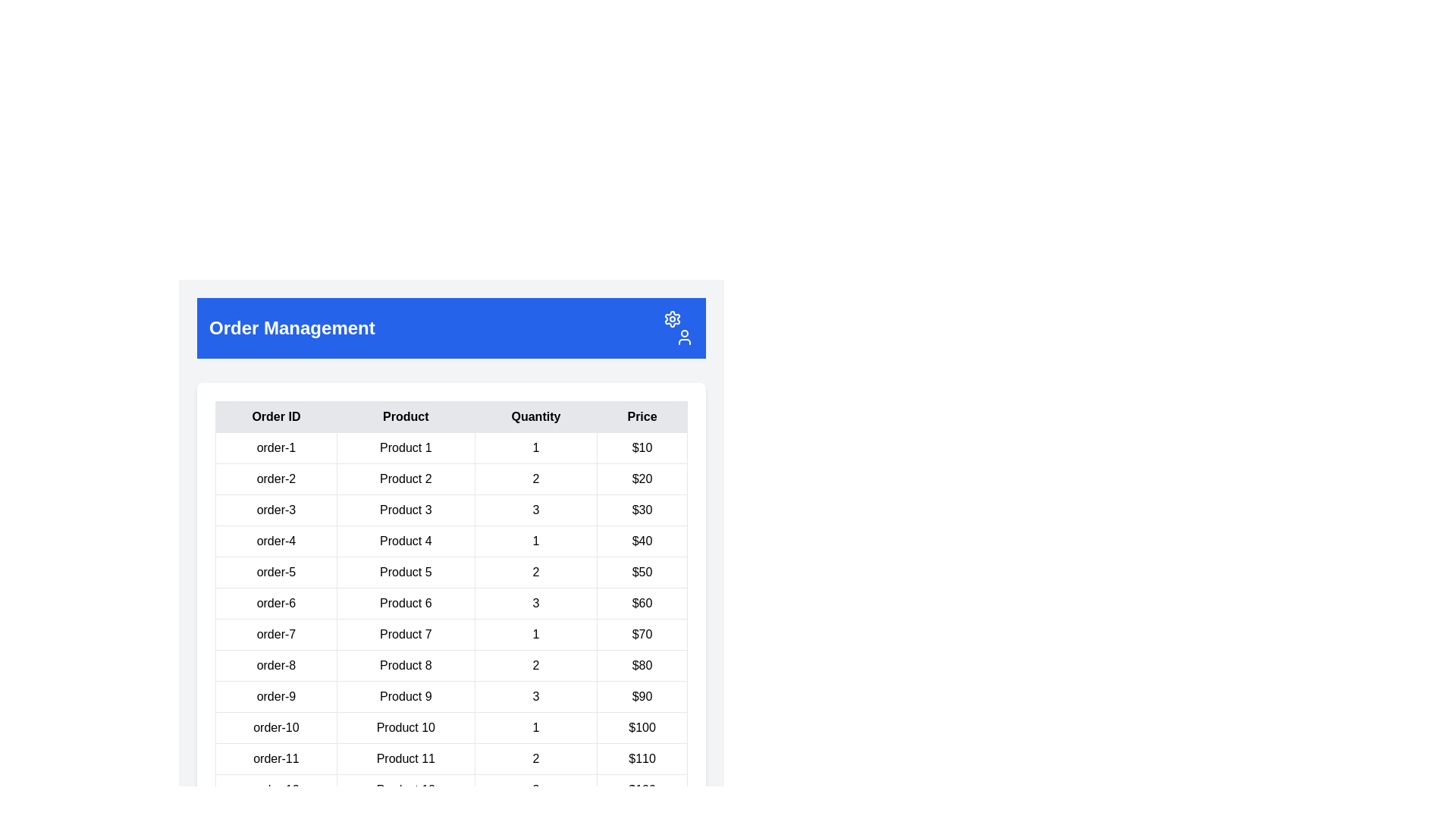 The height and width of the screenshot is (819, 1456). I want to click on the table cell containing the text 'Product 8' located in the second column under the 'Product' header to gather context from adjacent cells, so click(406, 665).